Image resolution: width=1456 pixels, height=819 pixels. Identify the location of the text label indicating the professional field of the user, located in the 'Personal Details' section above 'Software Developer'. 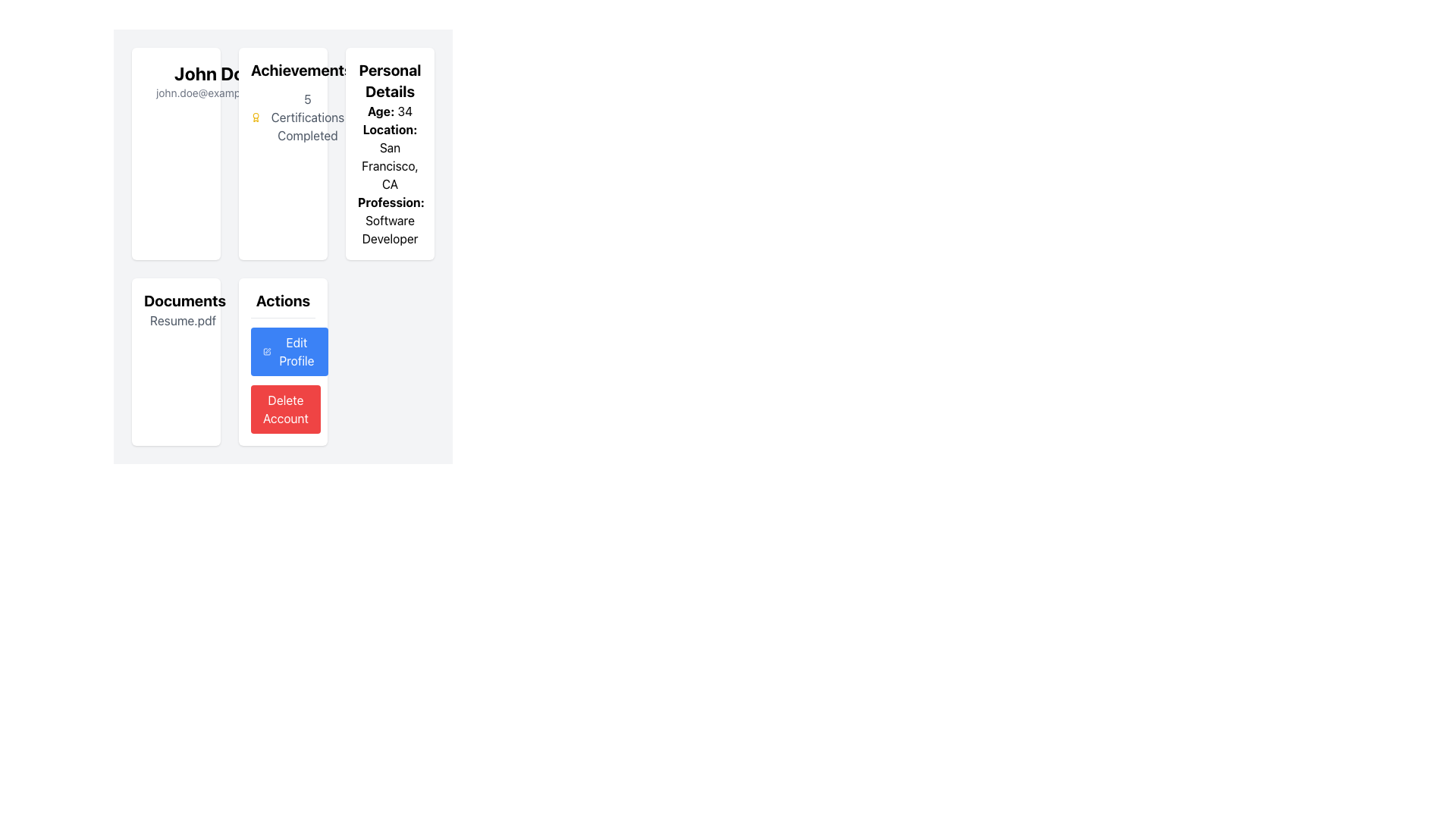
(391, 201).